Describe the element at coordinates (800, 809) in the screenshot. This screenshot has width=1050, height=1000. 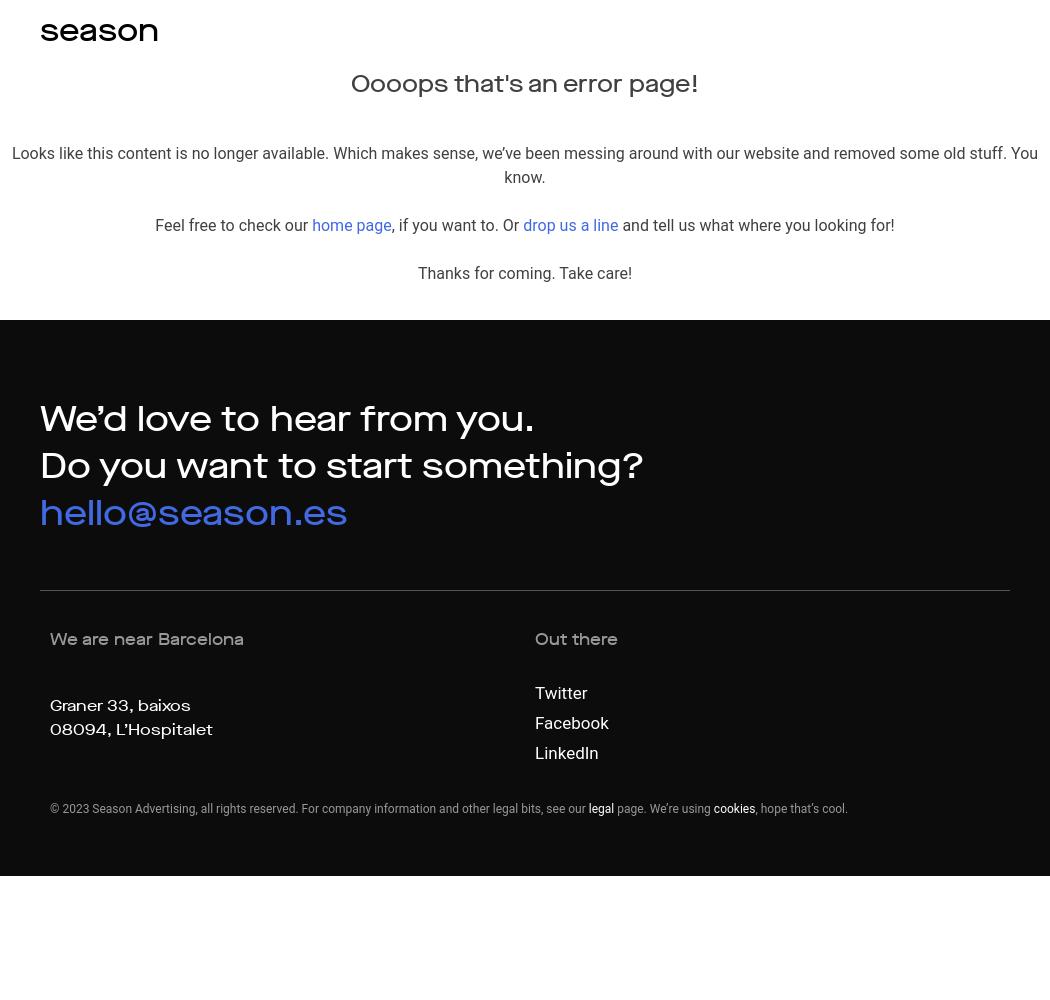
I see `', hope that’s cool.'` at that location.